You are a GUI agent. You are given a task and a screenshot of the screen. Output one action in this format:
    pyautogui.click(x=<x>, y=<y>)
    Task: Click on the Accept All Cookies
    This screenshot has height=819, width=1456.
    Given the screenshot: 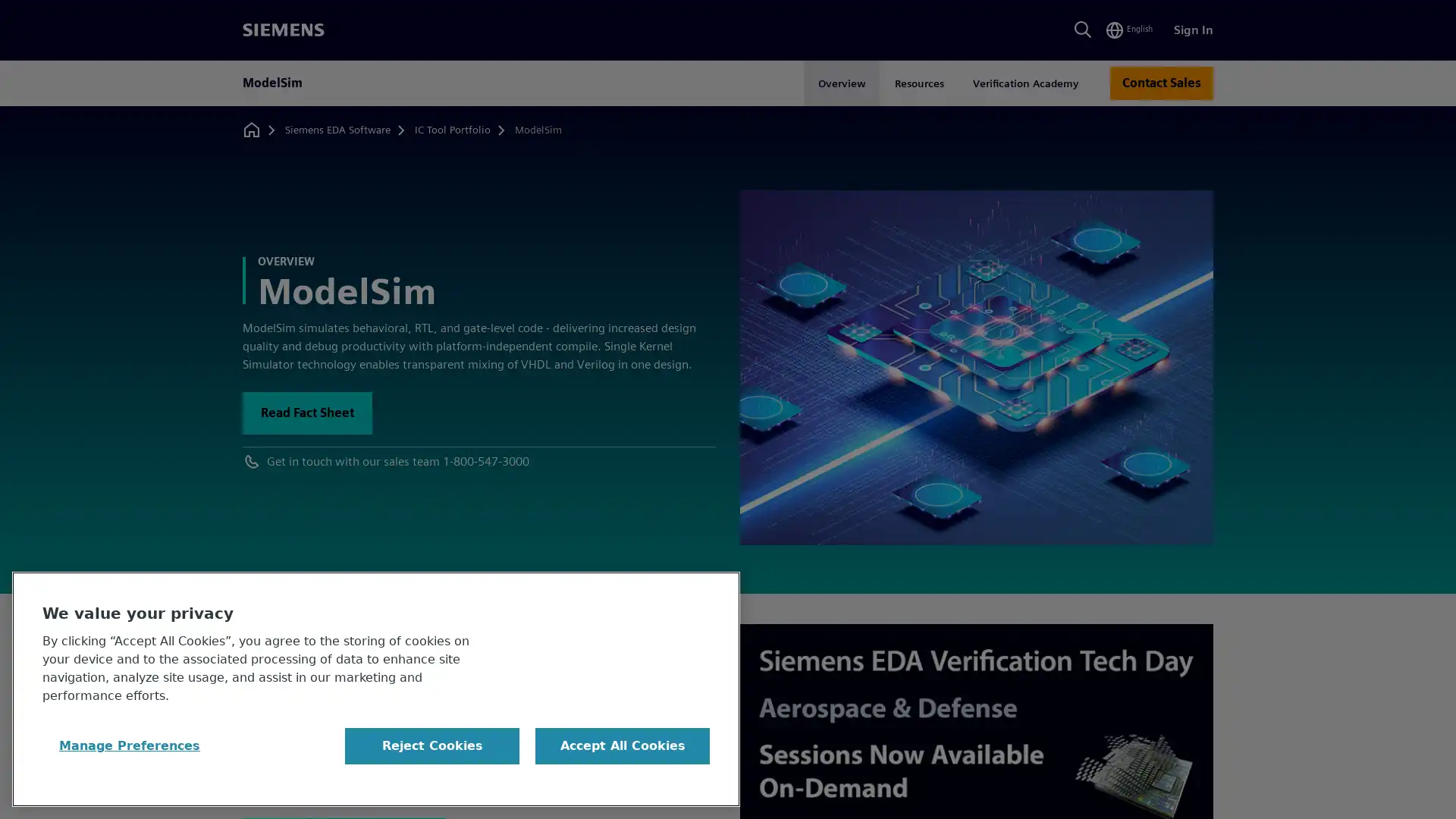 What is the action you would take?
    pyautogui.click(x=622, y=745)
    